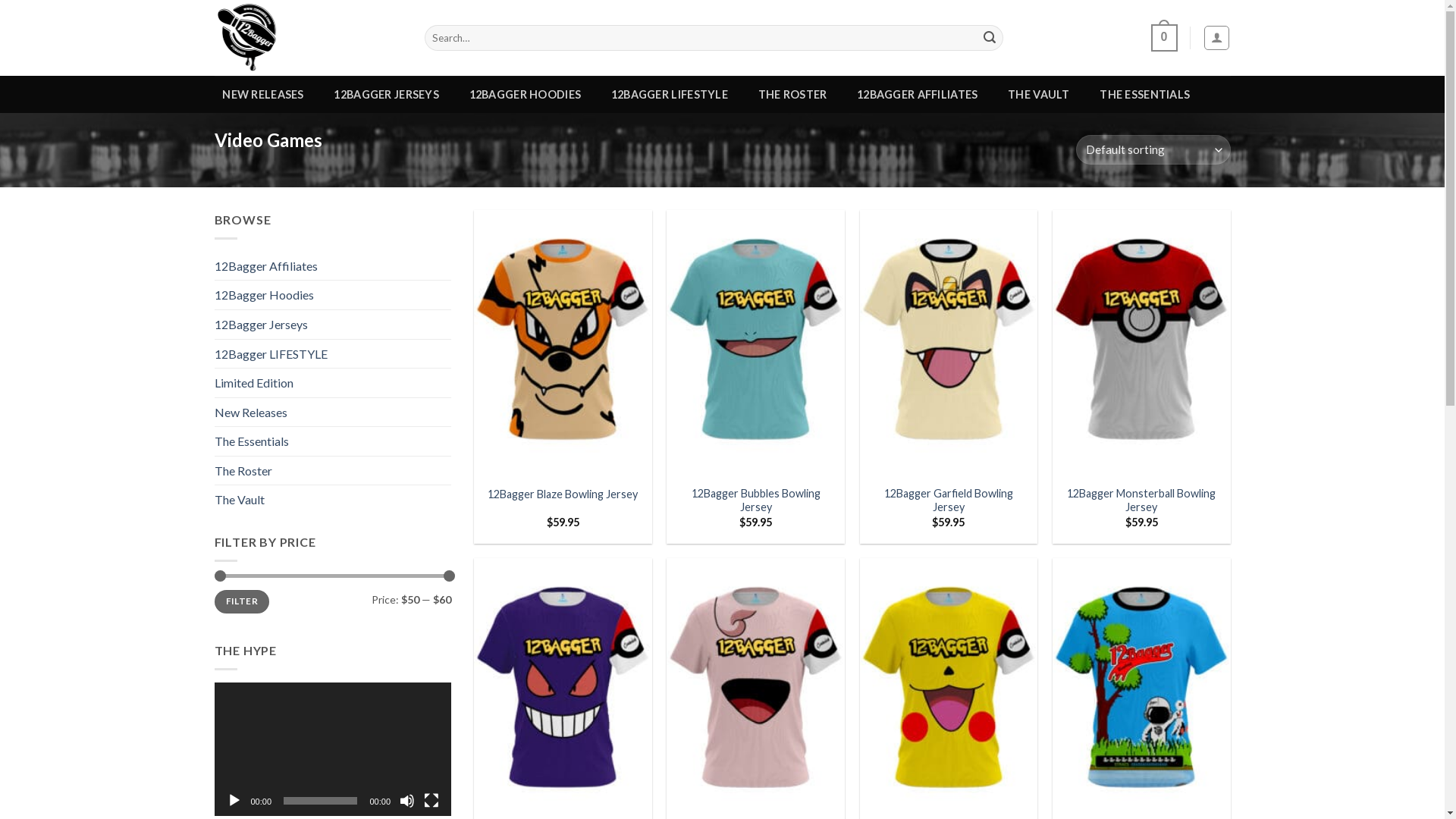 The height and width of the screenshot is (819, 1456). Describe the element at coordinates (213, 500) in the screenshot. I see `'The Vault'` at that location.